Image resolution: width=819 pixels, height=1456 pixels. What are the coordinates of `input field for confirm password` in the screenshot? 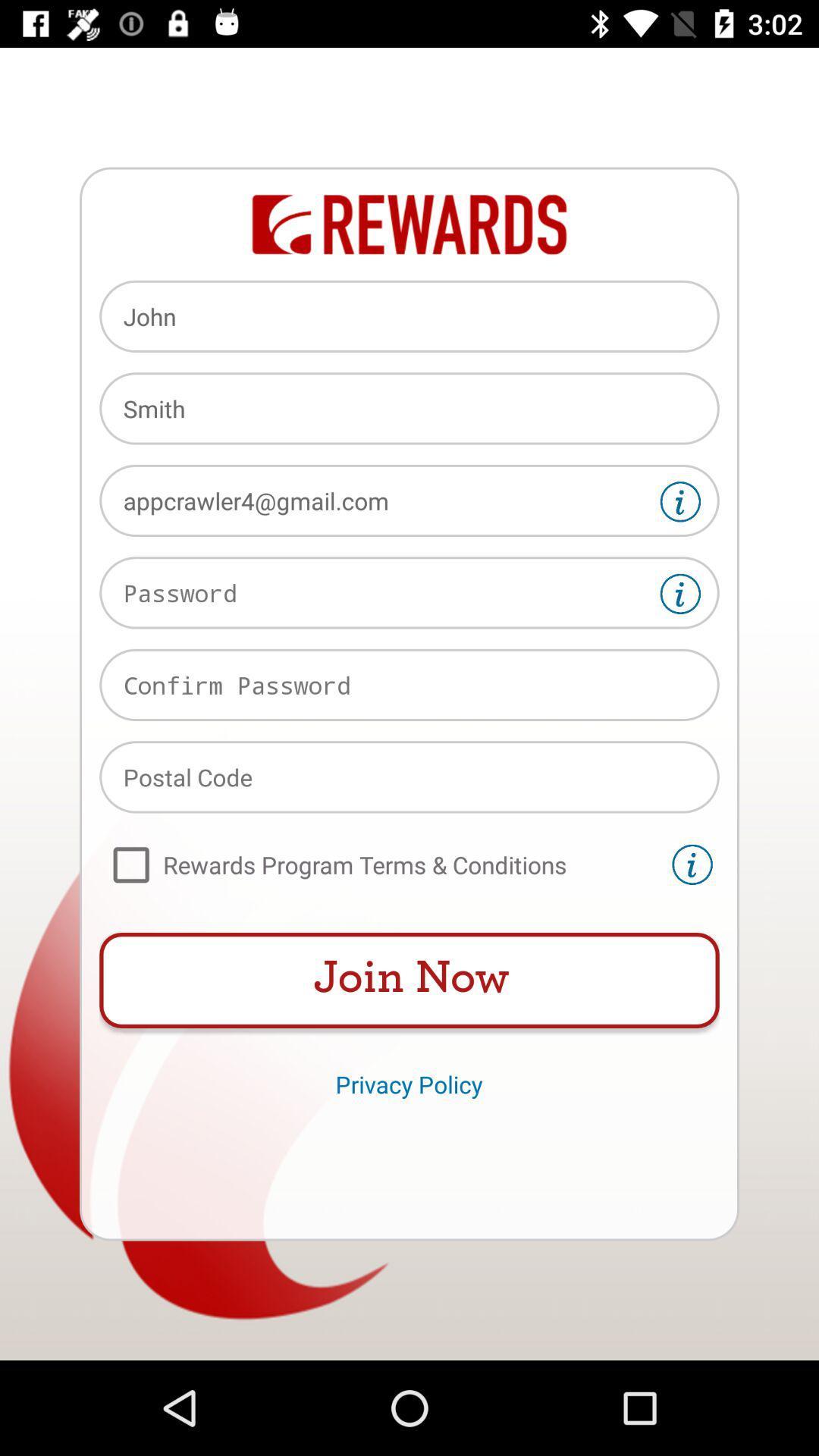 It's located at (409, 684).